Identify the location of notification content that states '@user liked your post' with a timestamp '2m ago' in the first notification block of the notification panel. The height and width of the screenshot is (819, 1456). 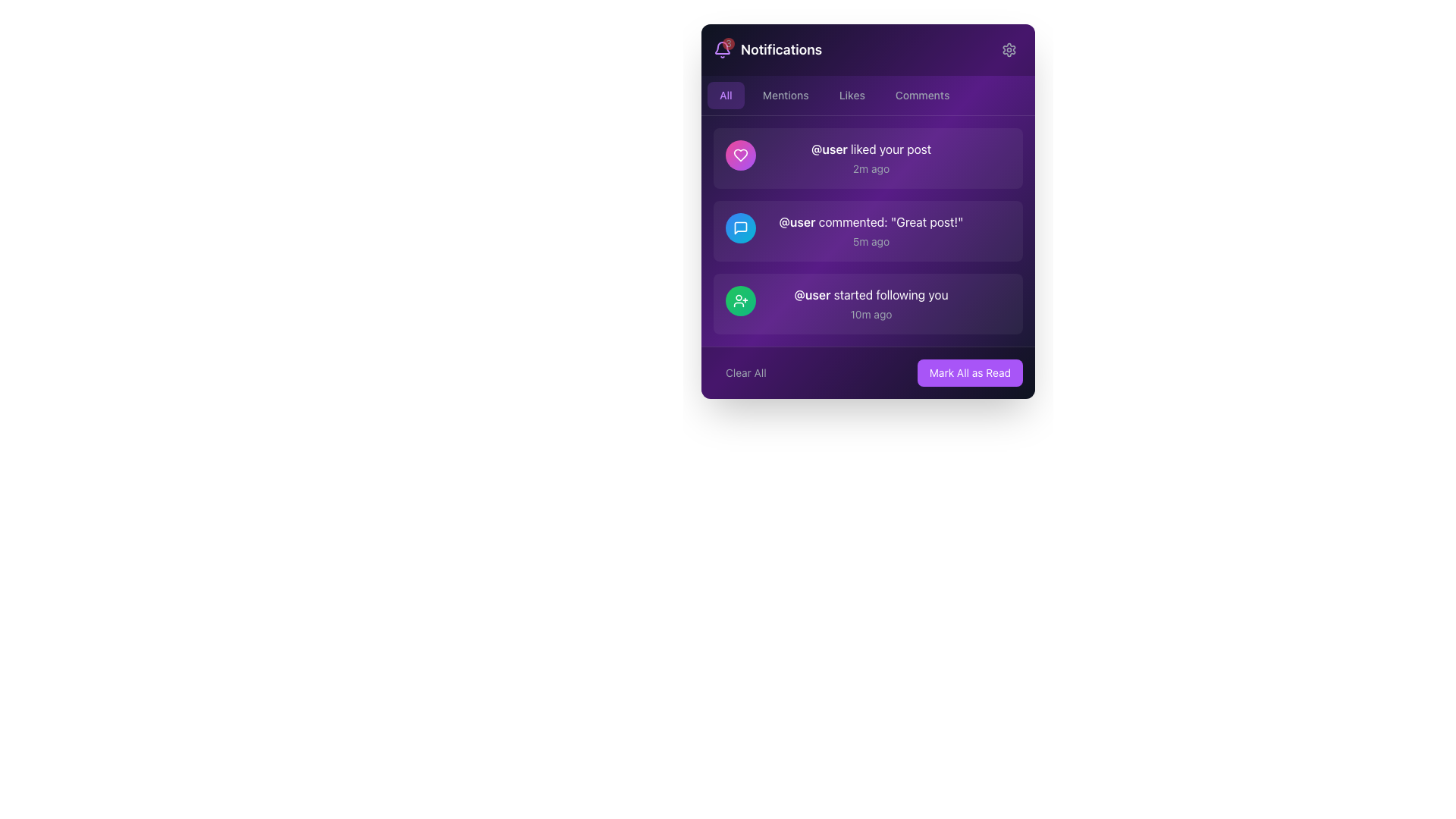
(868, 158).